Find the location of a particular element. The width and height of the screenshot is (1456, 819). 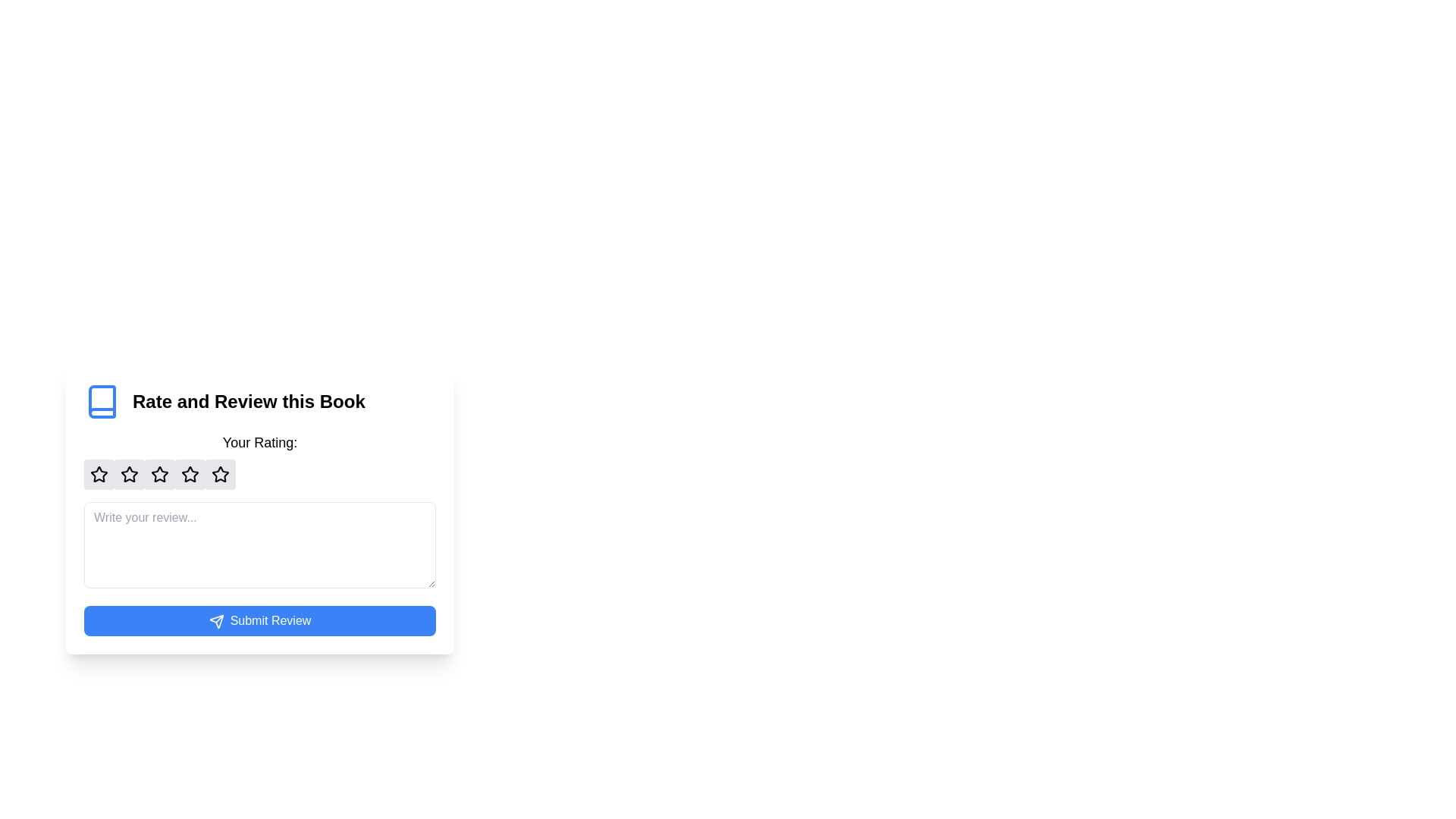

the book icon located to the far left of the 'Rate and Review this Book' section is located at coordinates (101, 400).